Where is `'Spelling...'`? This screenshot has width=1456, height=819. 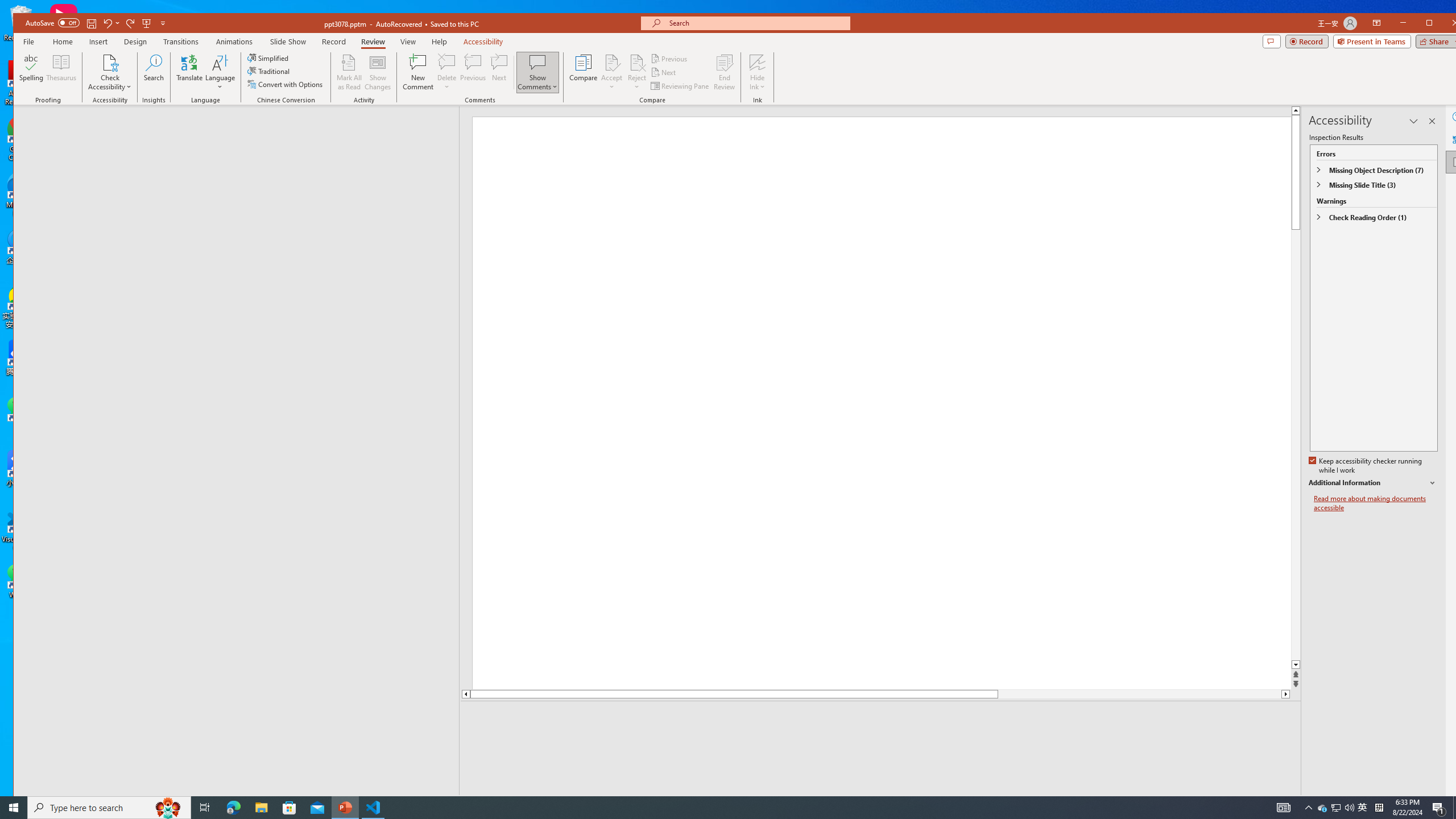 'Spelling...' is located at coordinates (31, 72).